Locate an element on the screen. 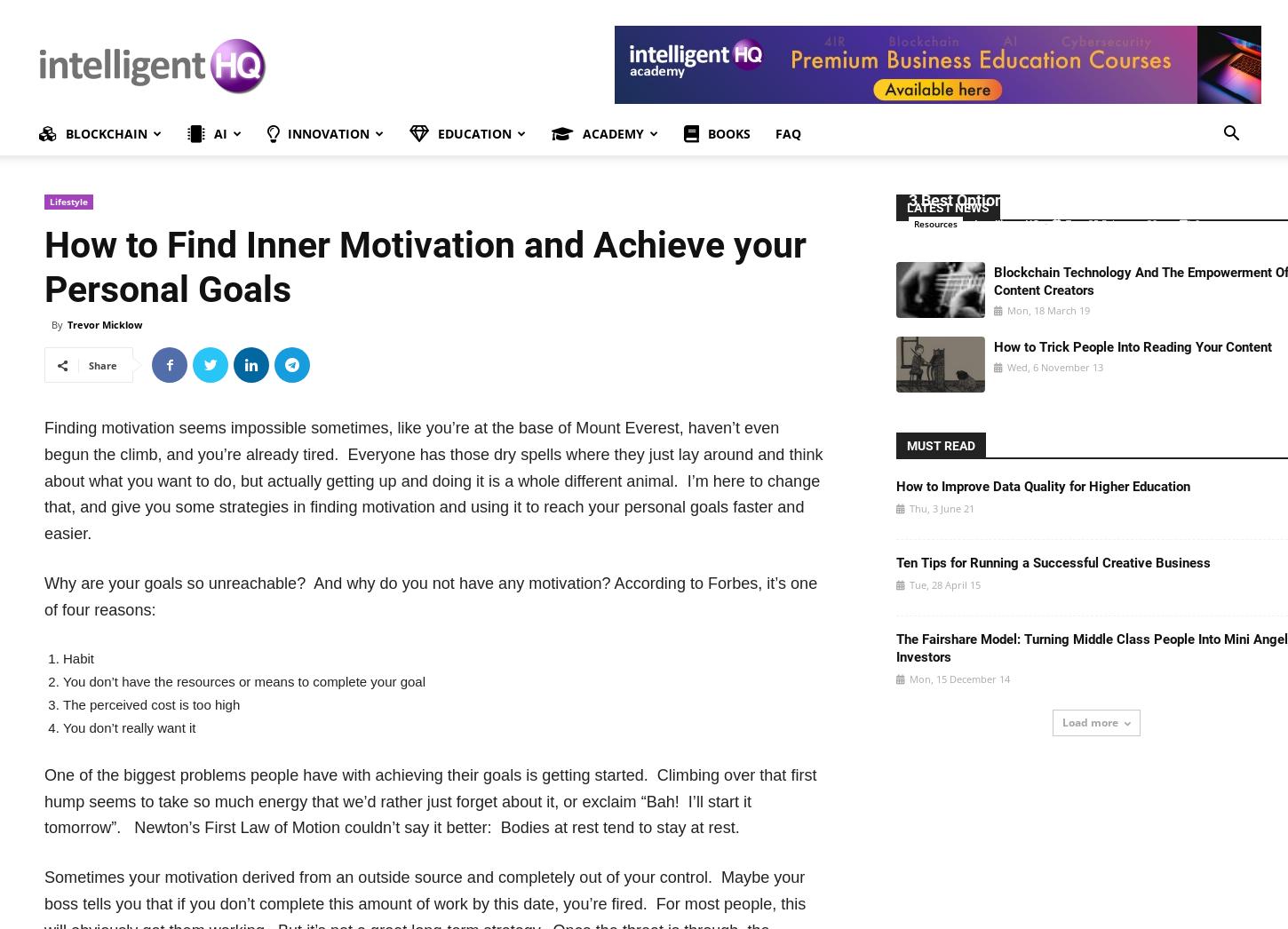 This screenshot has width=1288, height=929. 'Tue, 28 April 15' is located at coordinates (943, 584).